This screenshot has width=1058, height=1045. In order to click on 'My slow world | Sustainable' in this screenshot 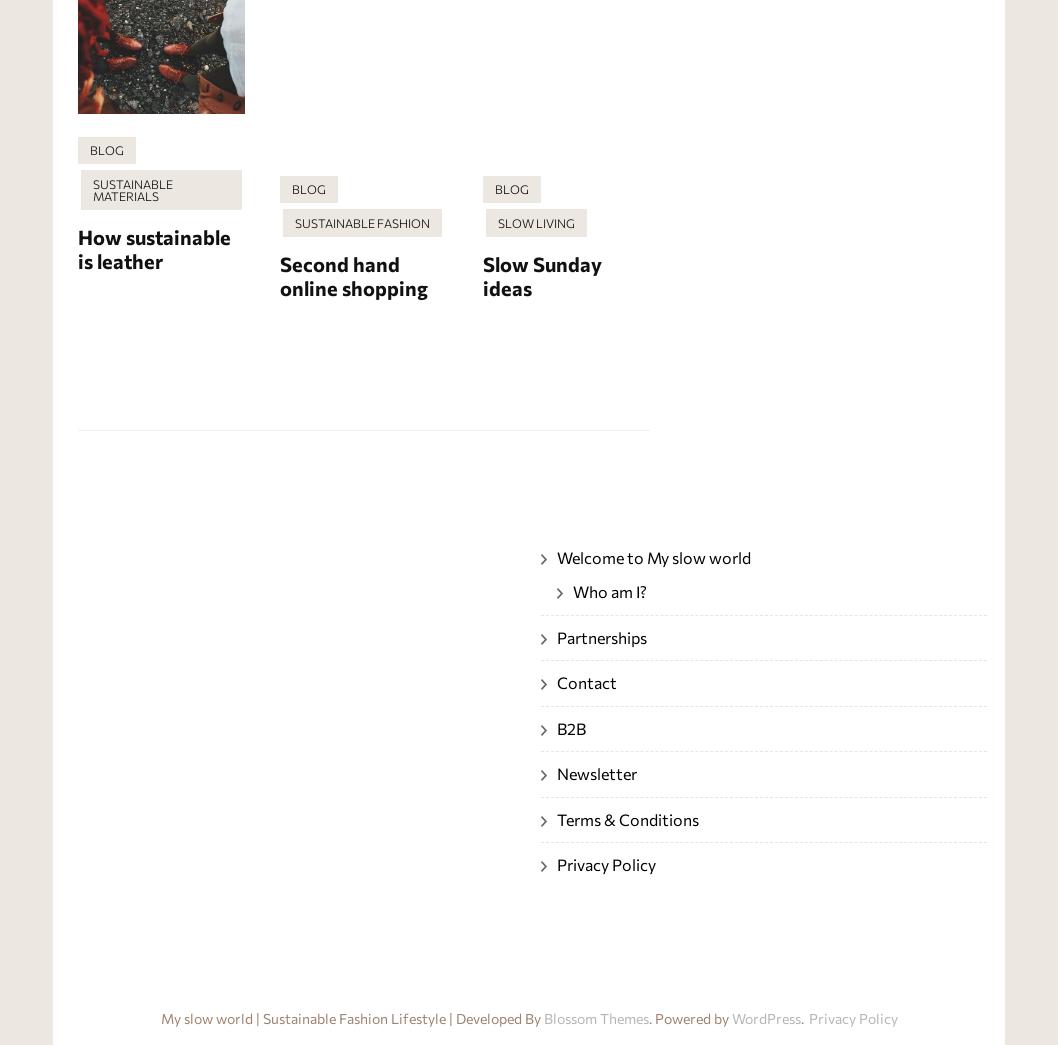, I will do `click(247, 1017)`.